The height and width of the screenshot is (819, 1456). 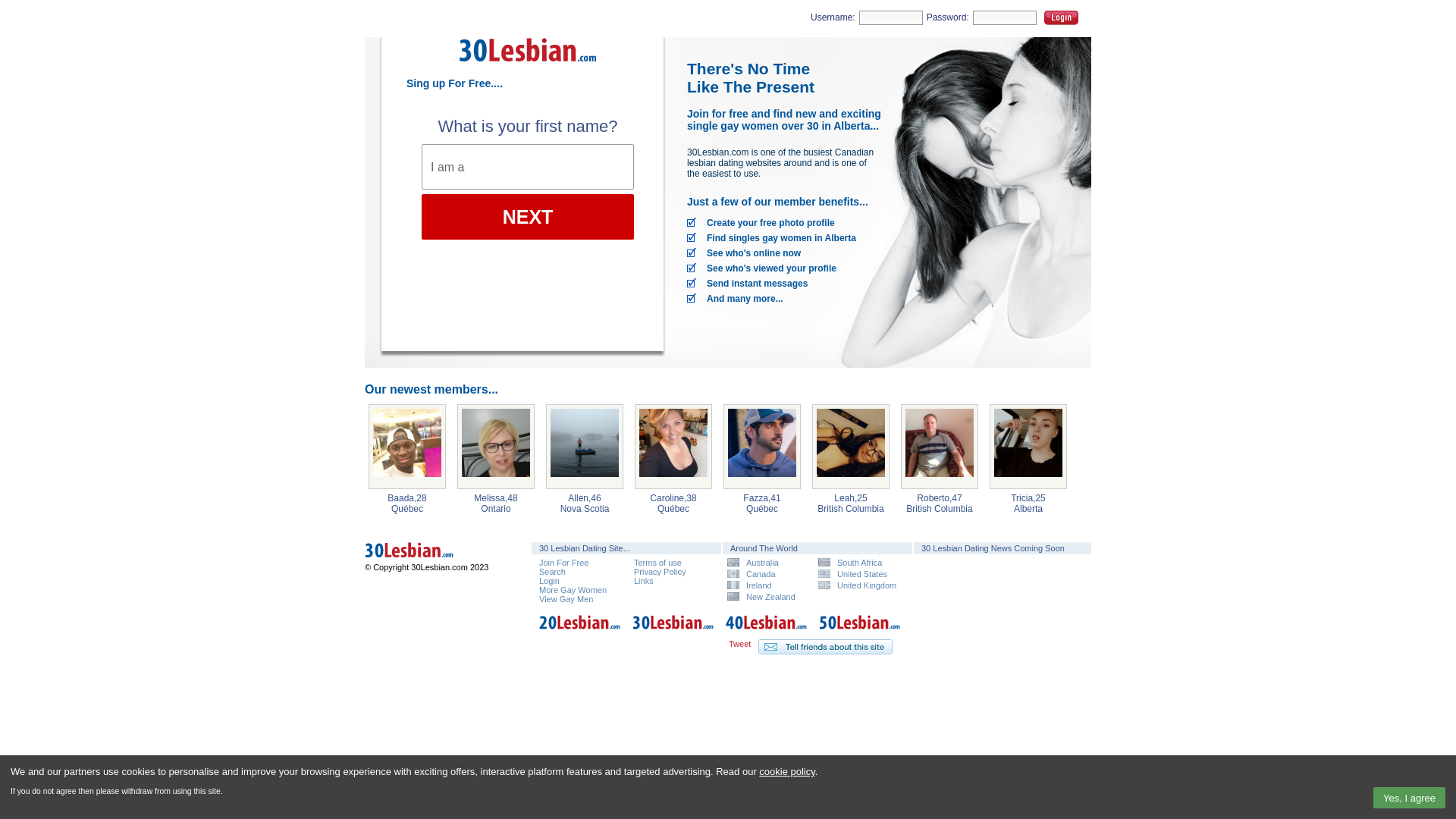 What do you see at coordinates (657, 562) in the screenshot?
I see `'Terms of use'` at bounding box center [657, 562].